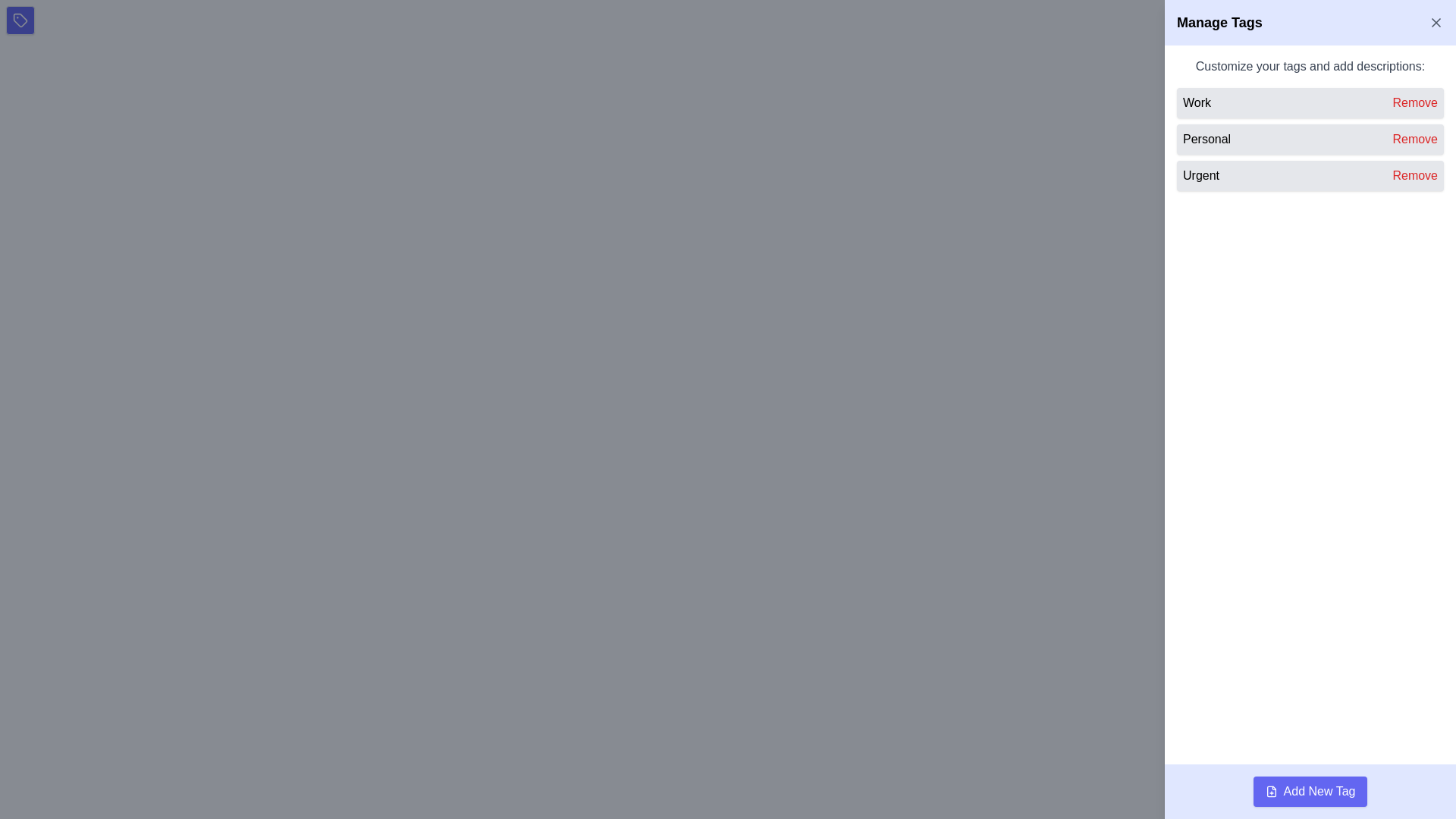 The height and width of the screenshot is (819, 1456). I want to click on the text label that says 'Customize your tags and add descriptions:' which is styled in gray font and located at the top of the tag management section, so click(1310, 66).